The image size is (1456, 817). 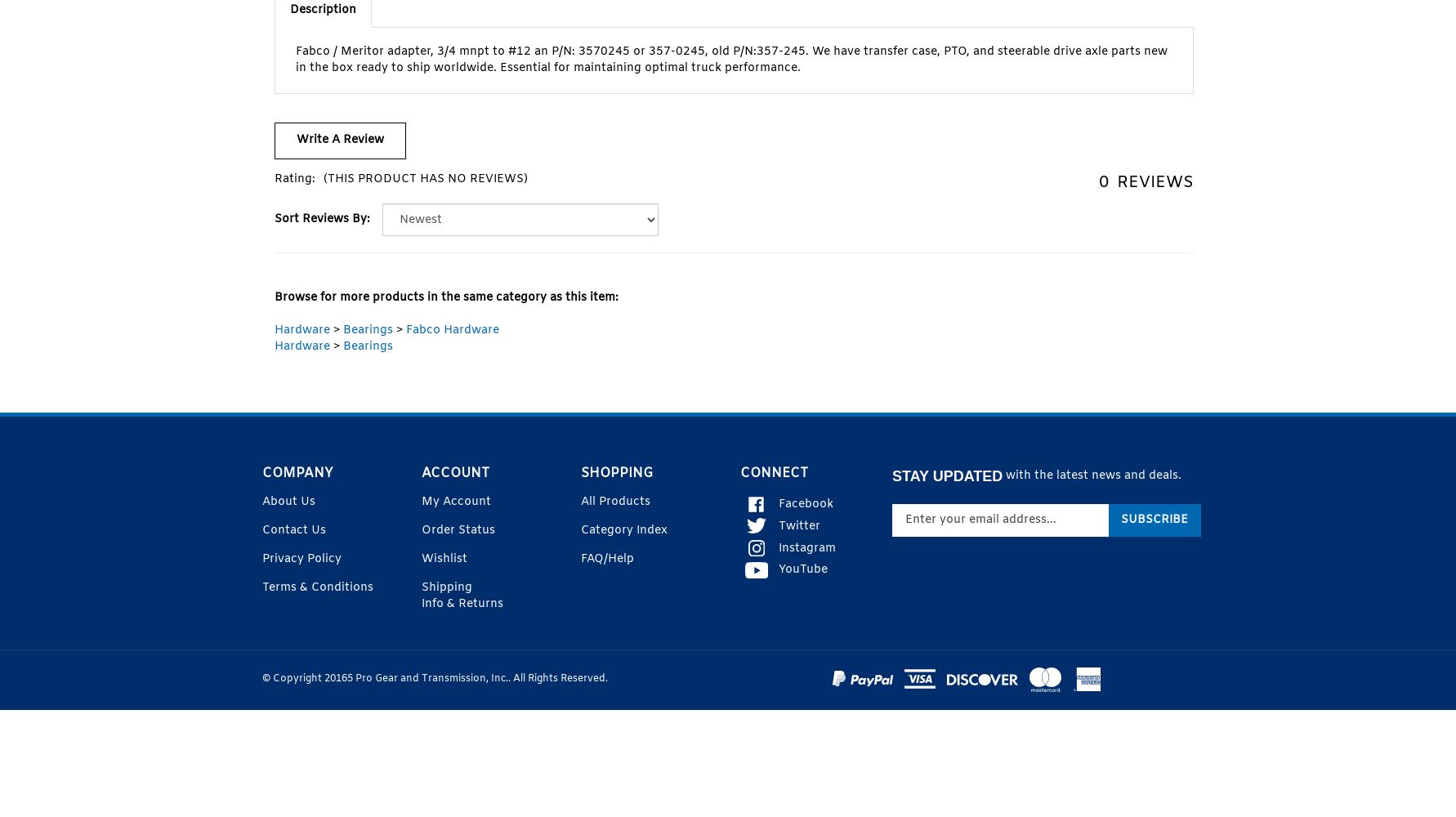 I want to click on '© Copyright', so click(x=293, y=678).